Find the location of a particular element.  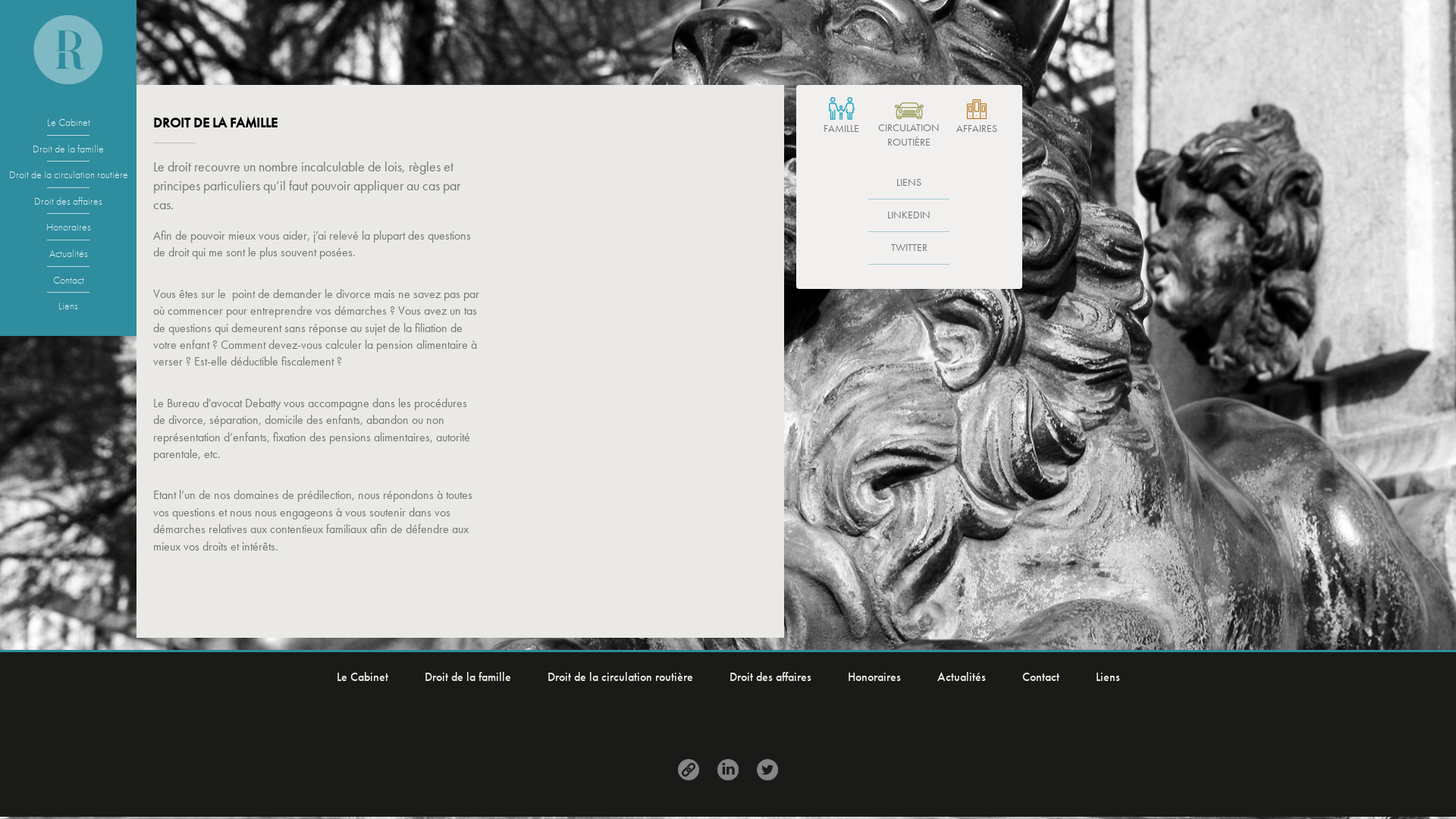

'LIENS' is located at coordinates (908, 182).